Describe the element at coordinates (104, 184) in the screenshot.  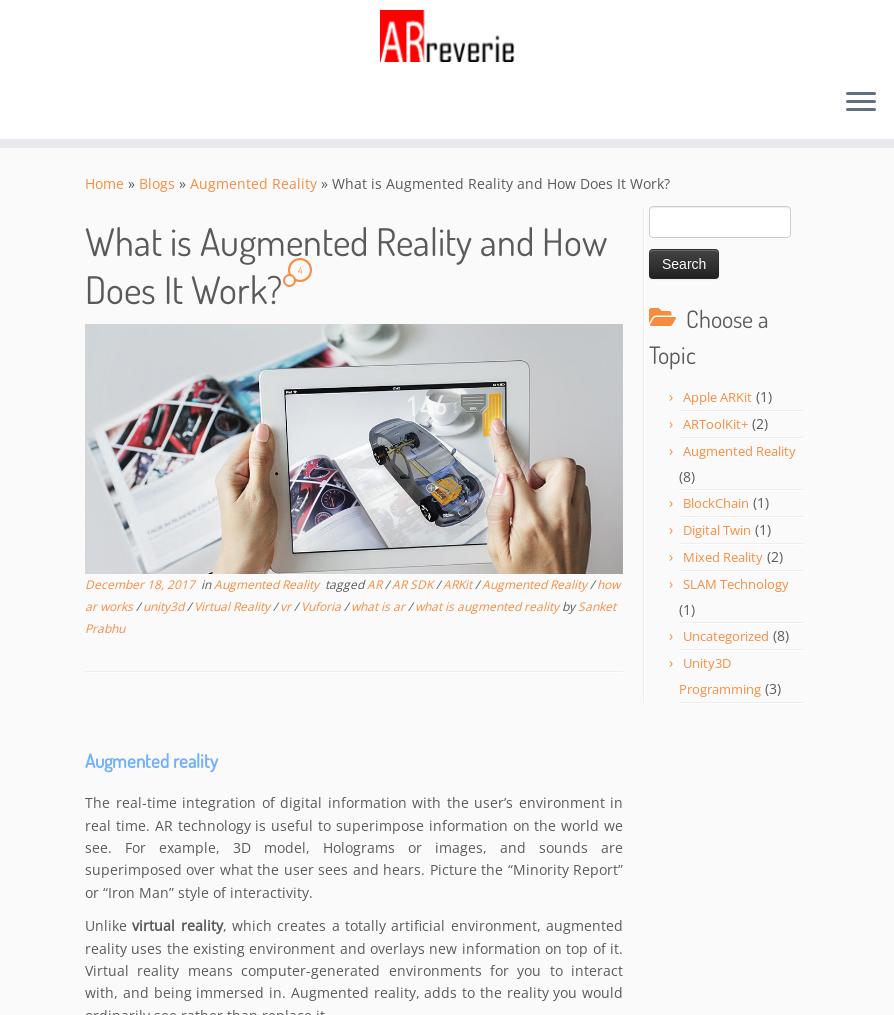
I see `'Home'` at that location.